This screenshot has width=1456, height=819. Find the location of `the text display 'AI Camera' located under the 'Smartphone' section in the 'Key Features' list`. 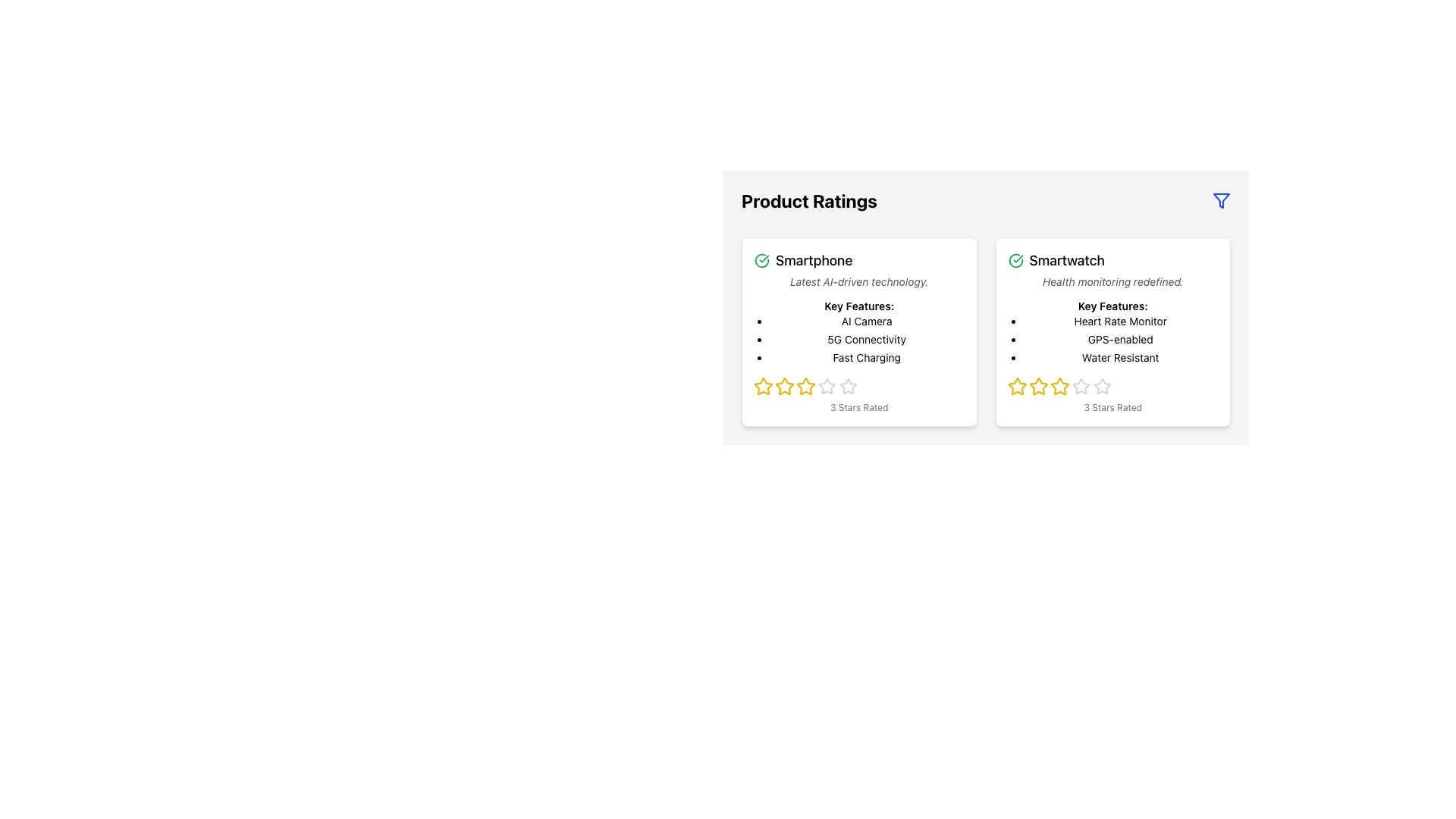

the text display 'AI Camera' located under the 'Smartphone' section in the 'Key Features' list is located at coordinates (867, 321).